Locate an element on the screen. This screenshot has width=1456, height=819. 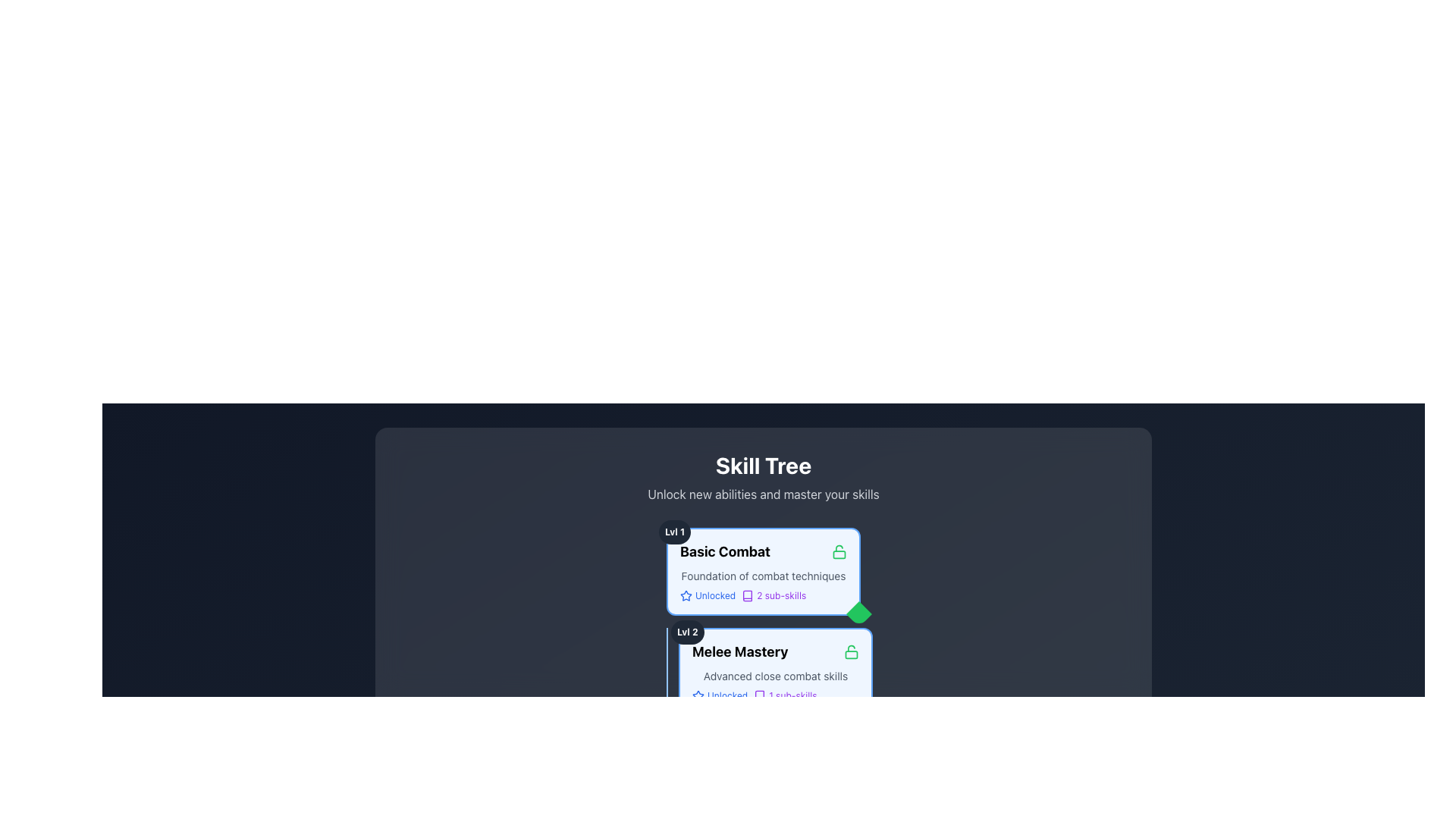
the text label displaying 'Advanced close combat skills', which is in small gray font below the 'Melee Mastery' header is located at coordinates (775, 675).